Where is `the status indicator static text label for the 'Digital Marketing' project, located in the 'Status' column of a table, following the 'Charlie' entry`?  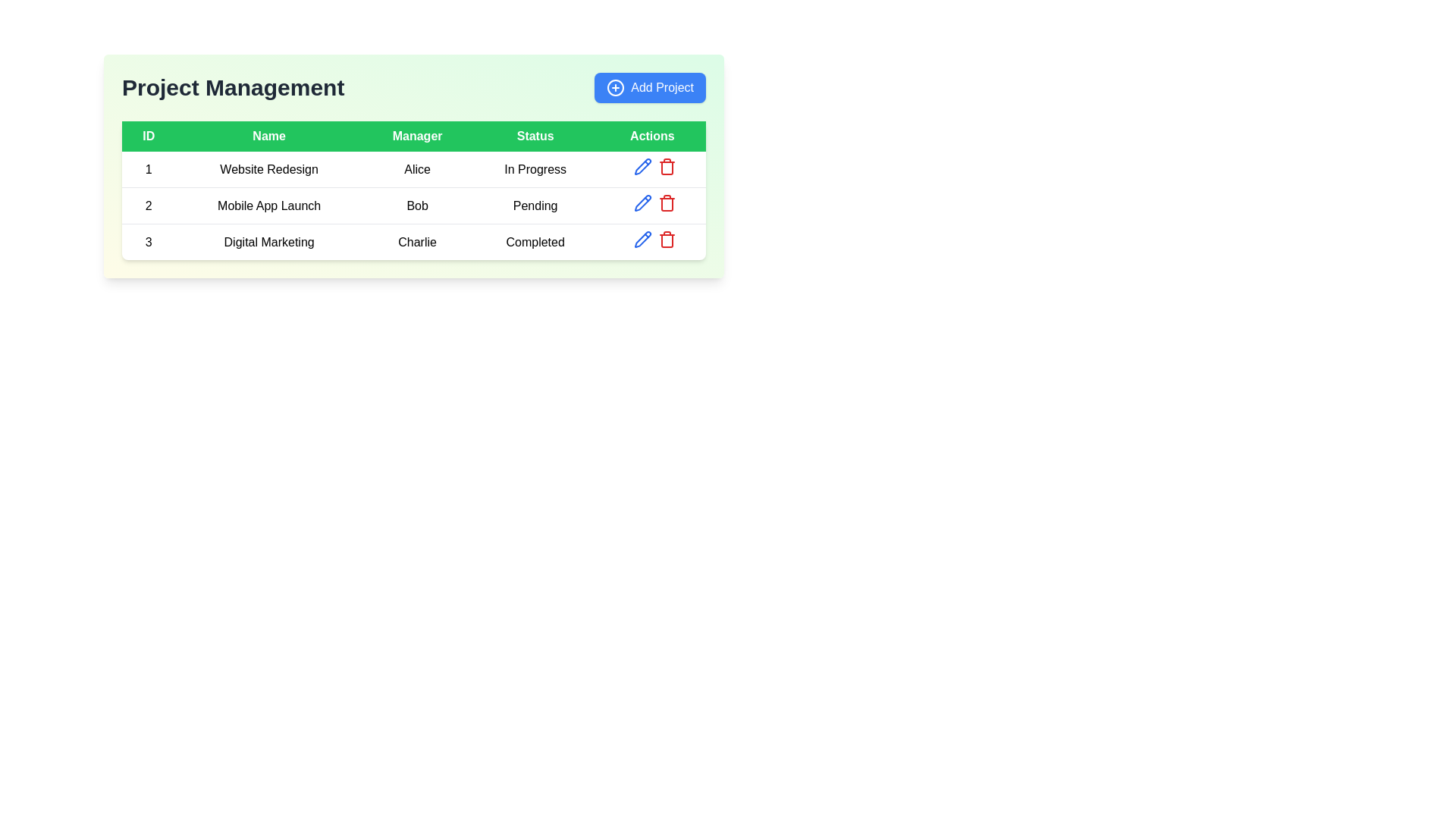 the status indicator static text label for the 'Digital Marketing' project, located in the 'Status' column of a table, following the 'Charlie' entry is located at coordinates (535, 241).